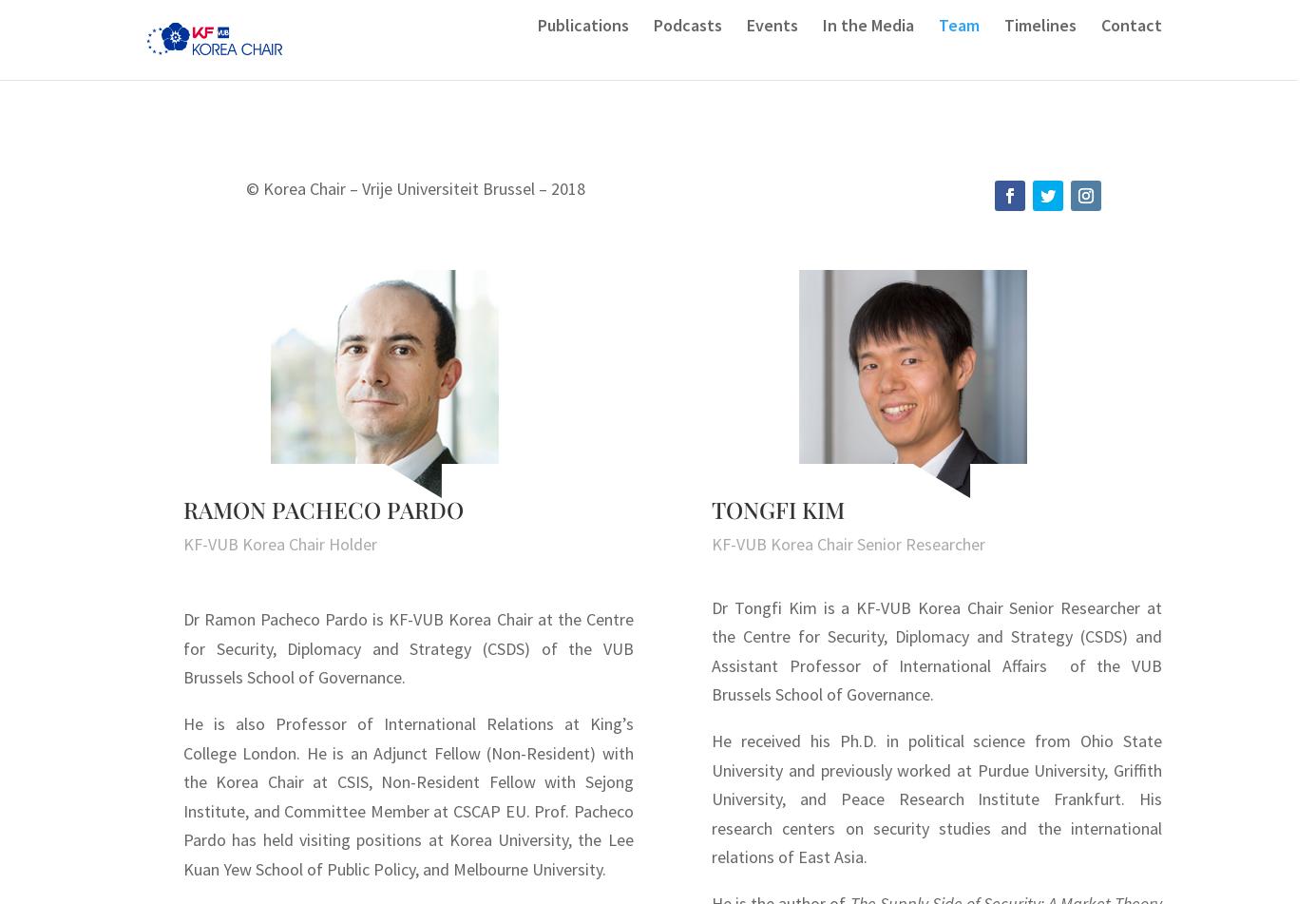 The height and width of the screenshot is (904, 1316). I want to click on '© Korea Chair – Vrije Universiteit Brussel – 2018', so click(414, 188).